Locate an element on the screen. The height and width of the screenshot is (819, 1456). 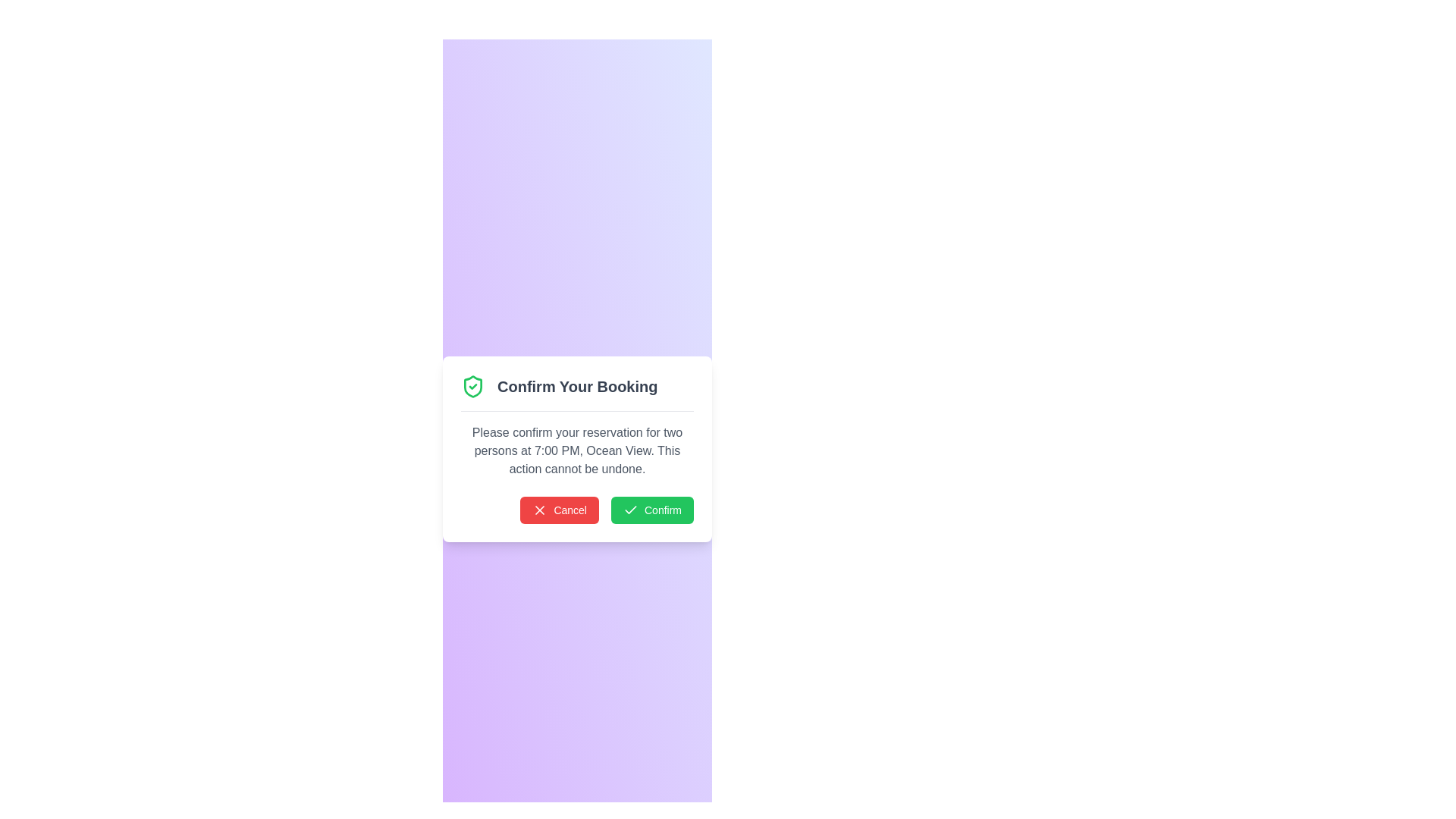
the checkmark icon with a green background inside the 'Confirm' button in the confirmation dialog box is located at coordinates (630, 510).